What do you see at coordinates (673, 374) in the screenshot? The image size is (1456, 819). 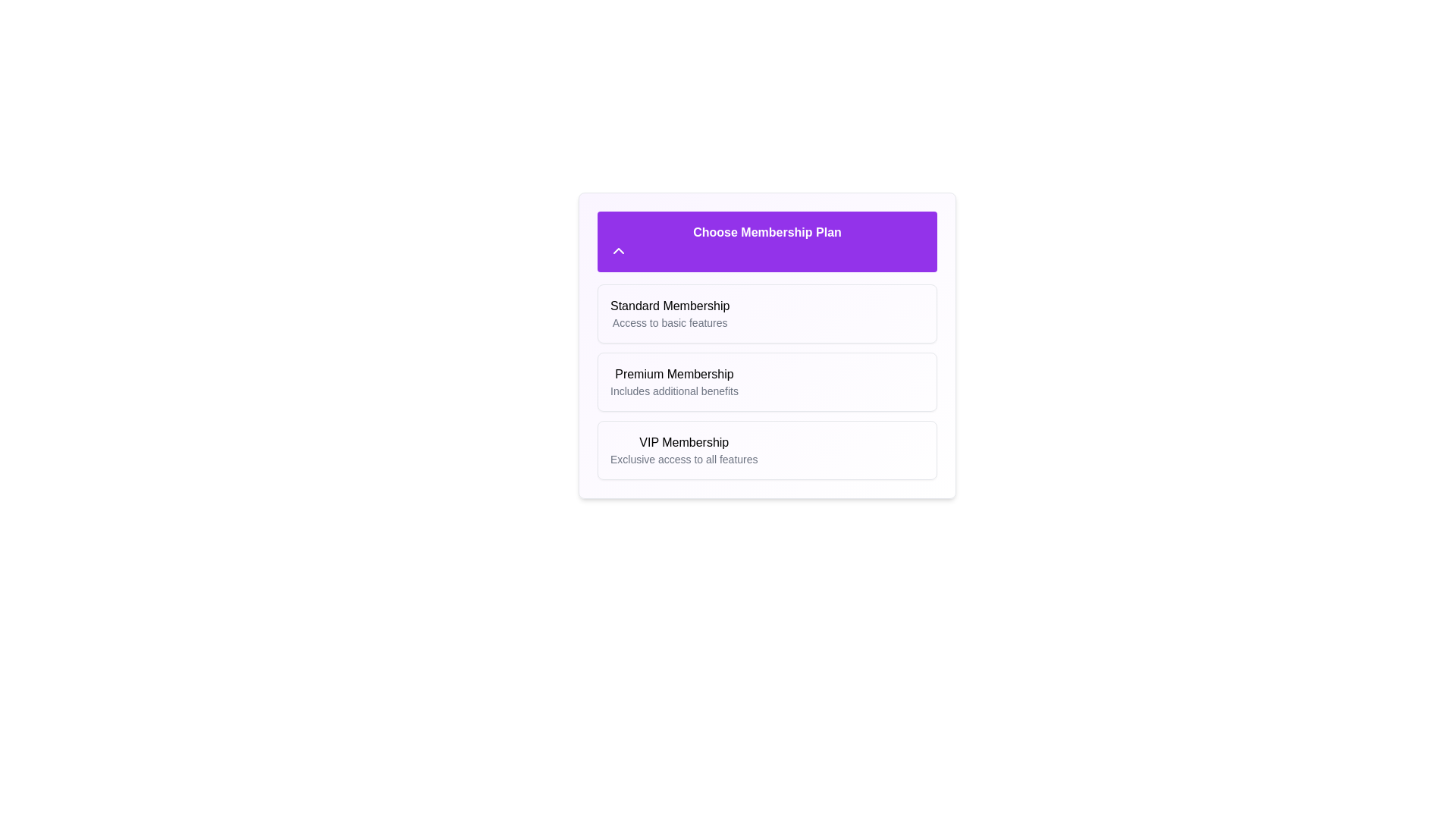 I see `the 'Premium Membership' static text label, which is styled in medium-weight black font on a white background and is the primary title of the second option in the Membership Plans section` at bounding box center [673, 374].